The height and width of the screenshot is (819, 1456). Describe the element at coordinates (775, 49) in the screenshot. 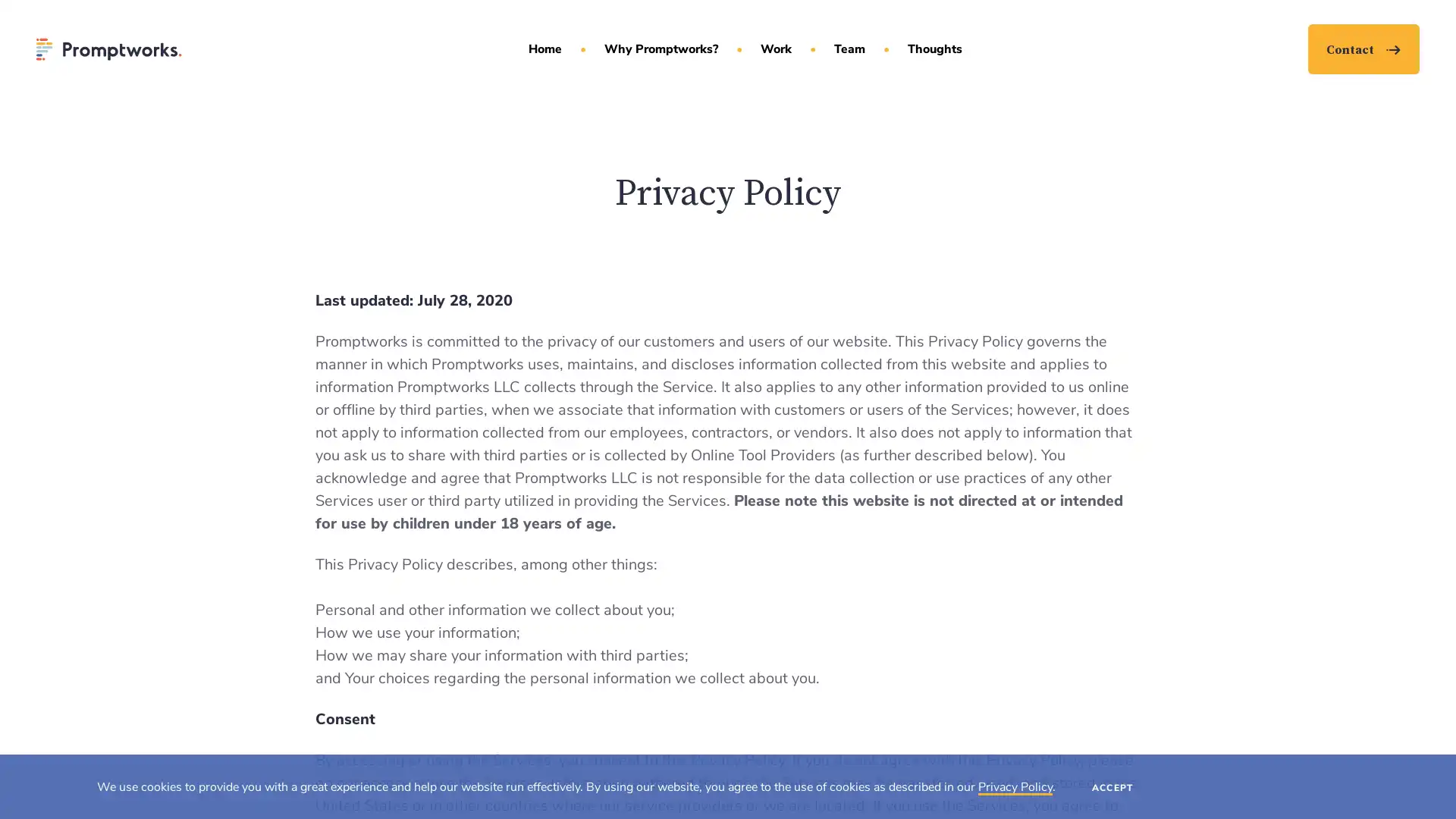

I see `Work` at that location.